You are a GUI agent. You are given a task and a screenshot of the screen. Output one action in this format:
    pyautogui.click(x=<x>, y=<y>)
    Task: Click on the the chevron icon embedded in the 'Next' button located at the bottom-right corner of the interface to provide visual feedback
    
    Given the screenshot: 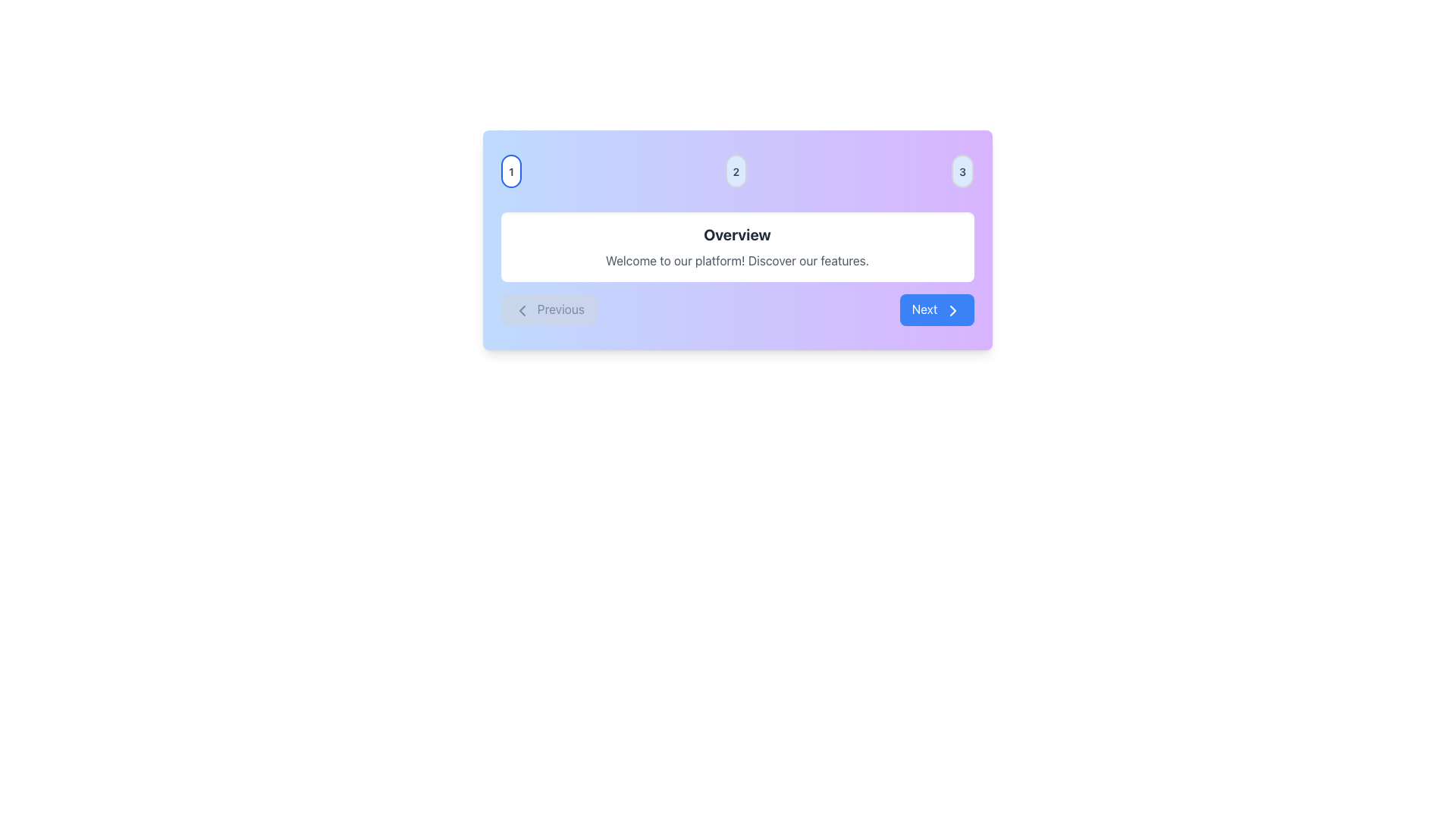 What is the action you would take?
    pyautogui.click(x=952, y=309)
    